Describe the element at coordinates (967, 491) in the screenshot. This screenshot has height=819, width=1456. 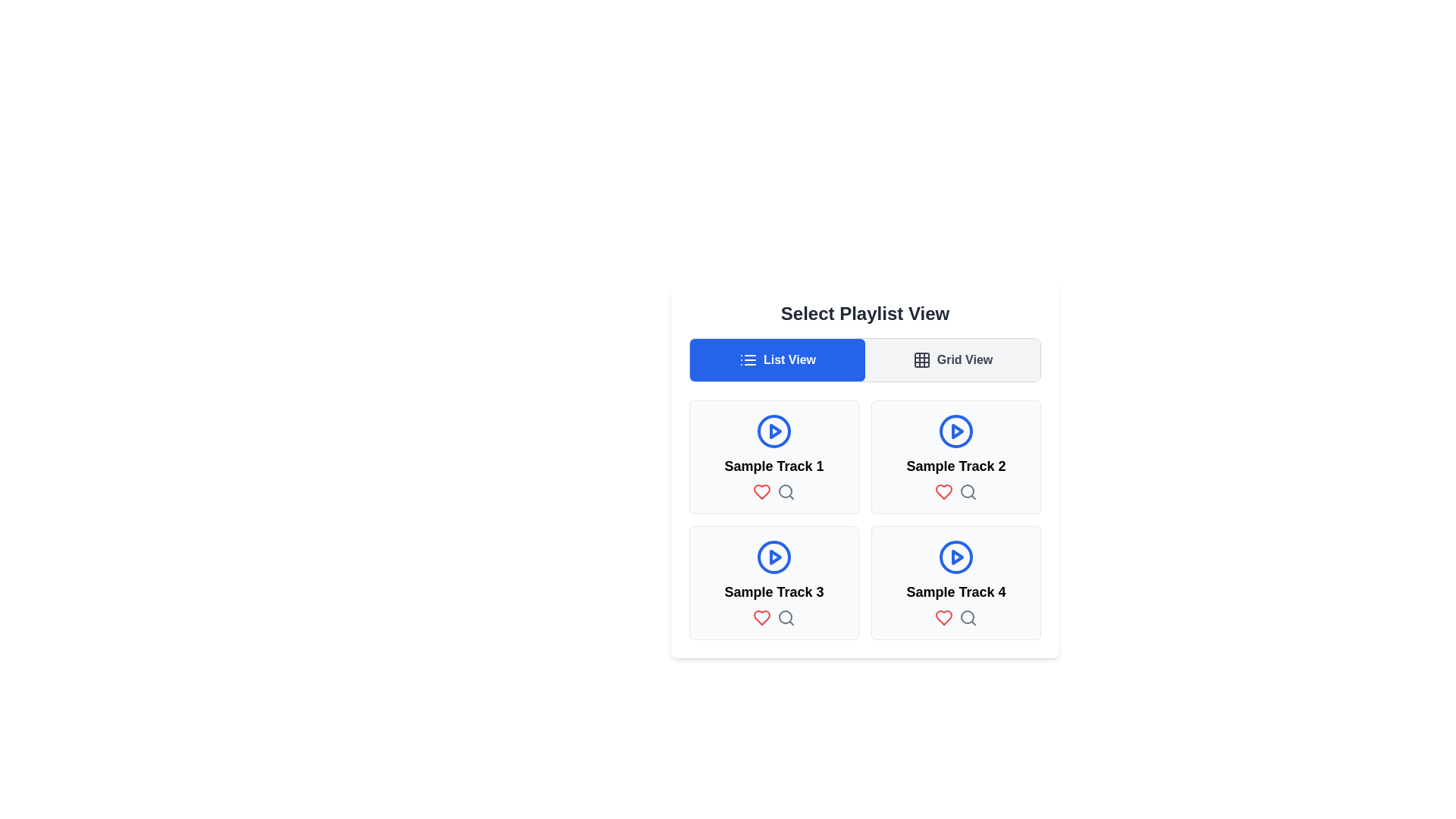
I see `the small gray outlined magnifying glass icon located at the bottom-right corner of the 'Sample Track 2' card` at that location.